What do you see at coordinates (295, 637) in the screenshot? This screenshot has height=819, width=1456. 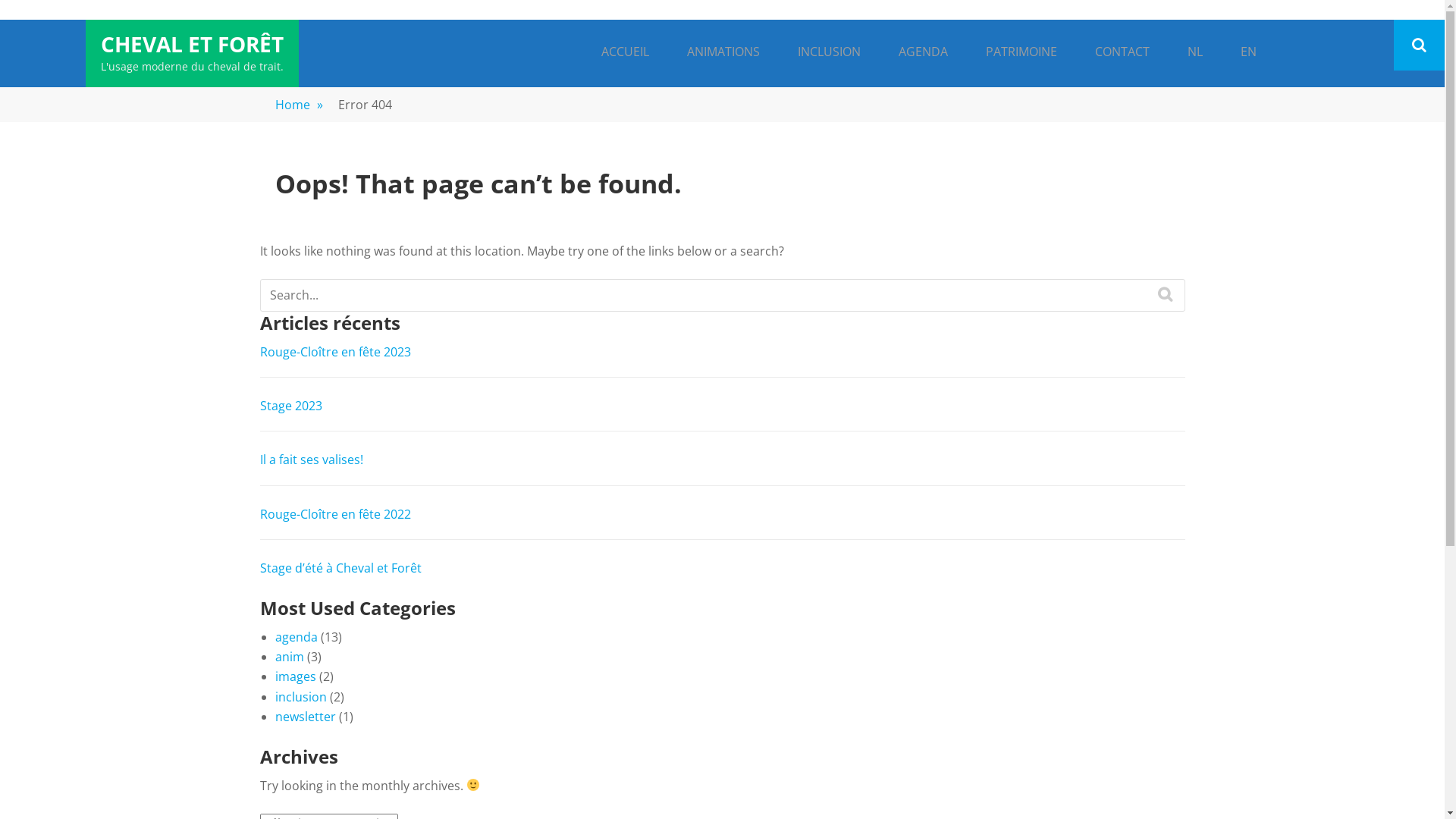 I see `'agenda'` at bounding box center [295, 637].